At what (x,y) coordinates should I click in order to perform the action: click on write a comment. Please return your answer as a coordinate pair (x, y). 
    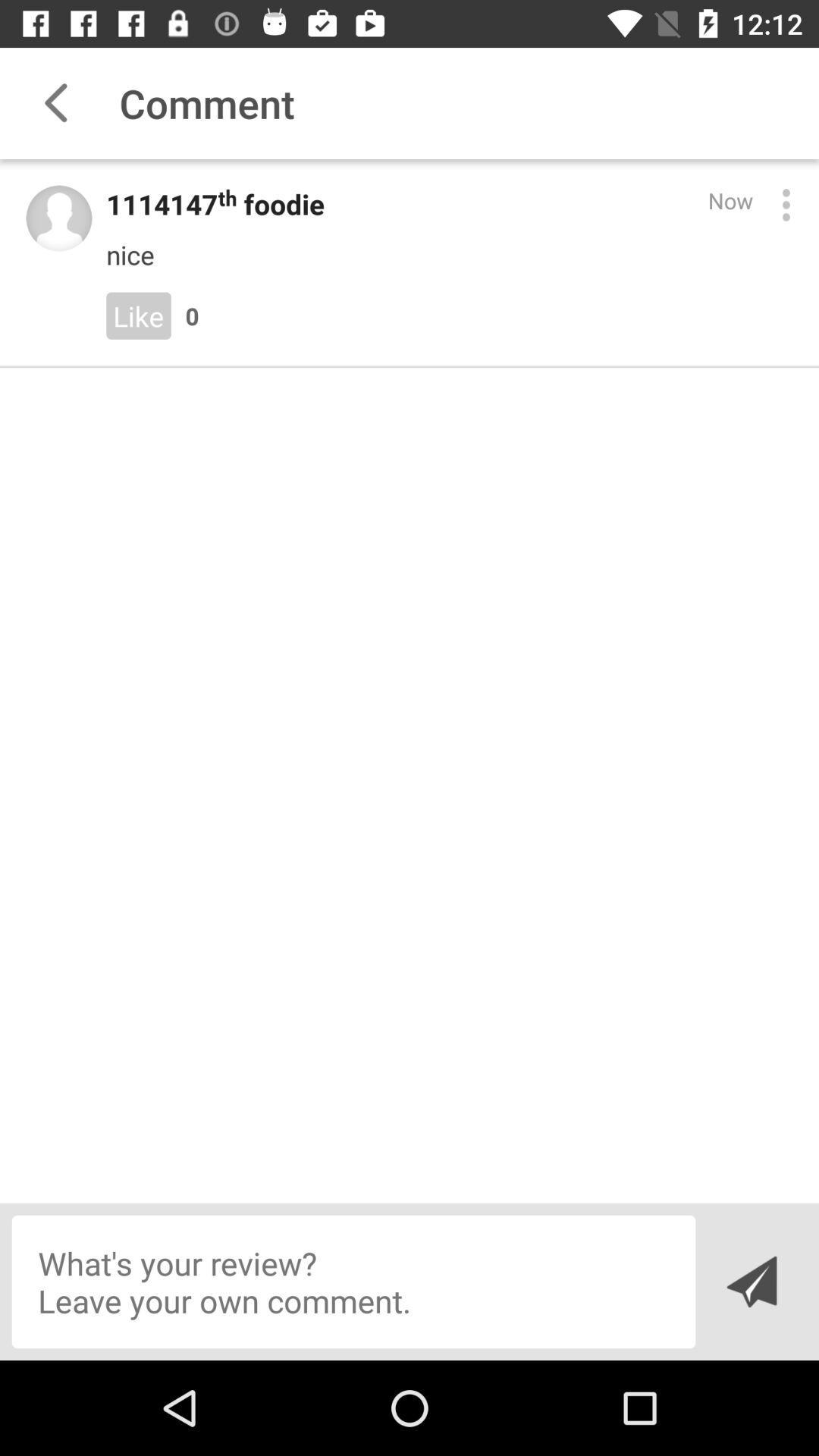
    Looking at the image, I should click on (353, 1281).